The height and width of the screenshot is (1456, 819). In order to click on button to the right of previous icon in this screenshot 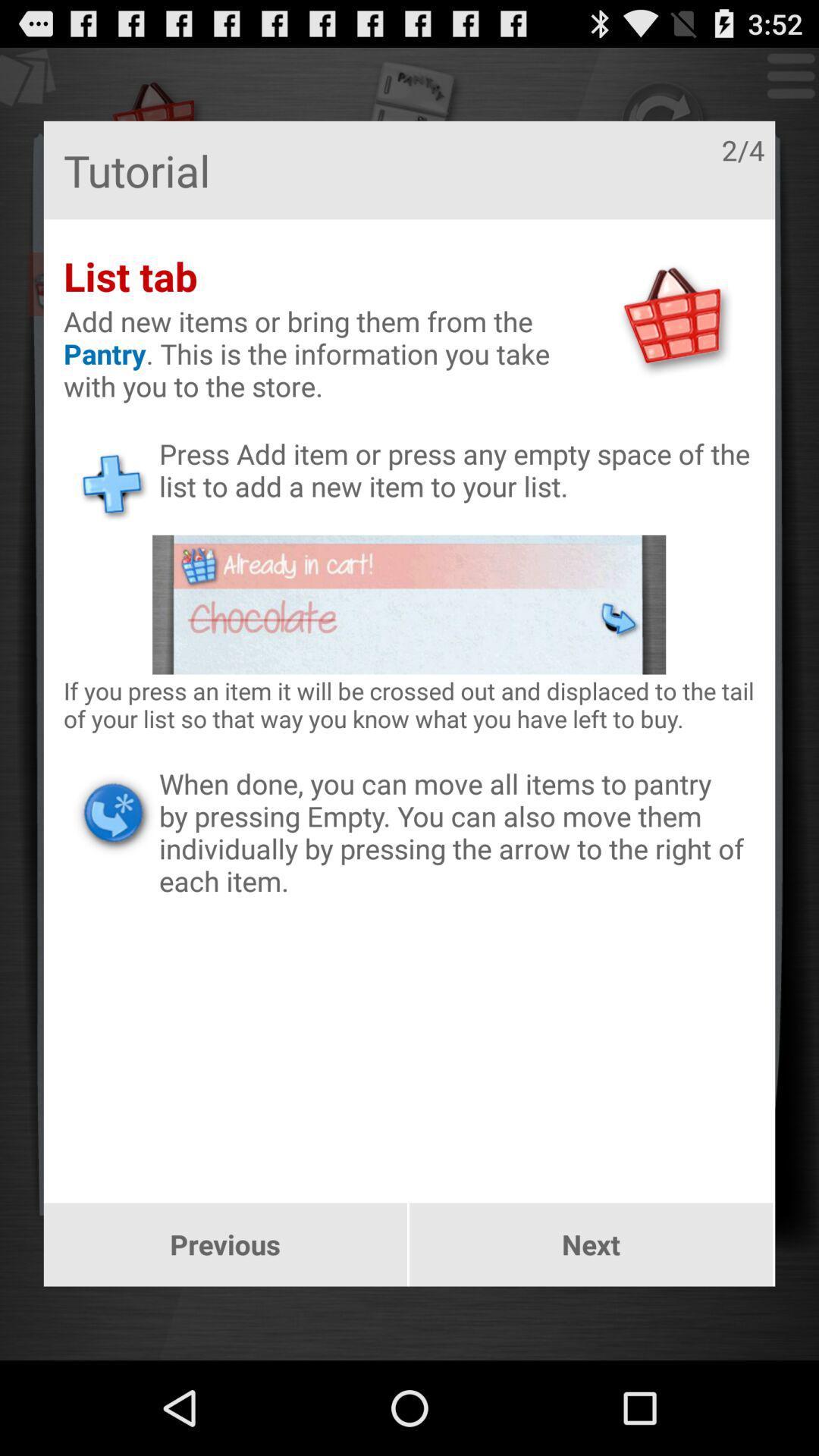, I will do `click(590, 1244)`.